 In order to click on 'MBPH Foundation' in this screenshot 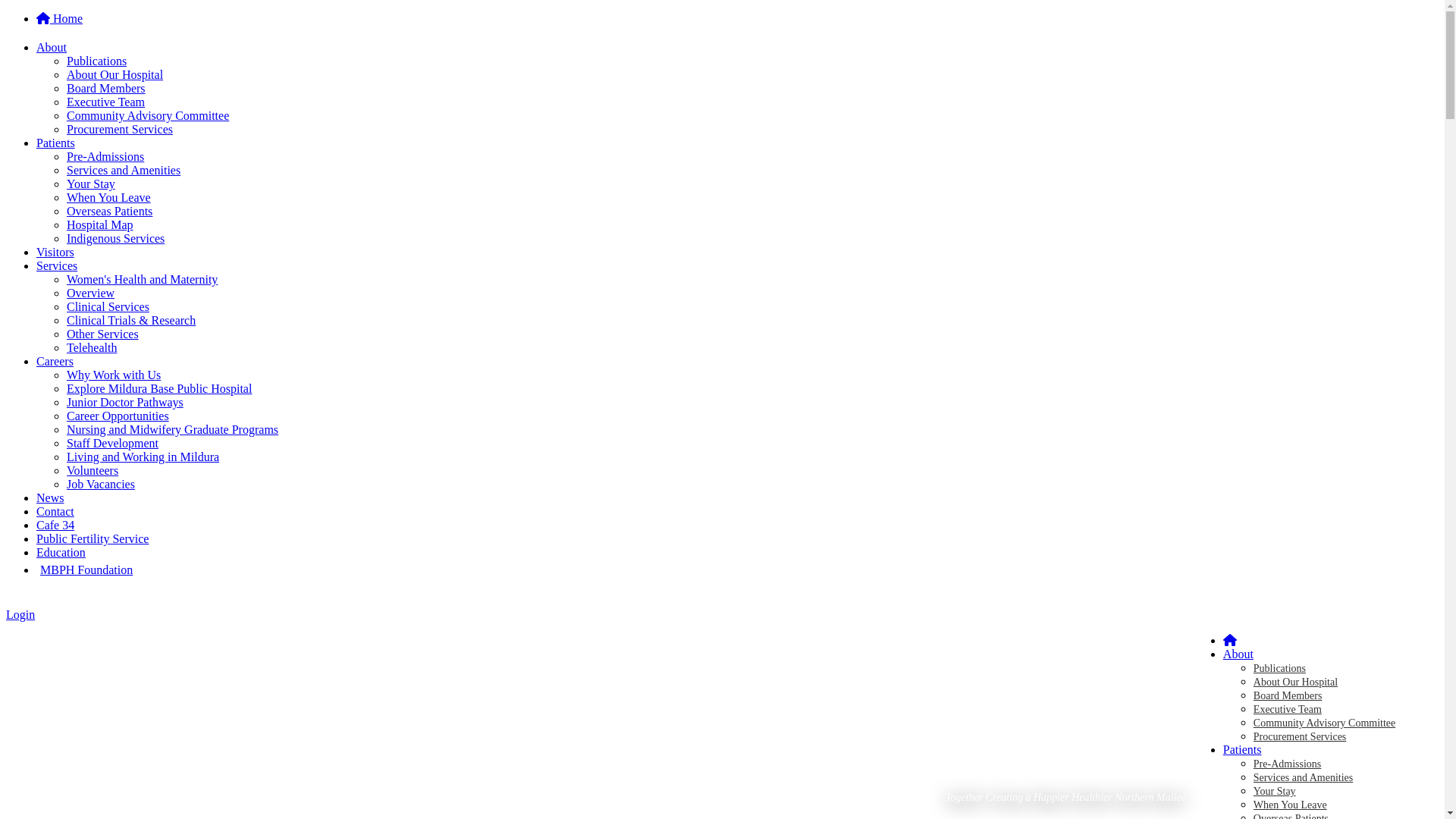, I will do `click(86, 570)`.